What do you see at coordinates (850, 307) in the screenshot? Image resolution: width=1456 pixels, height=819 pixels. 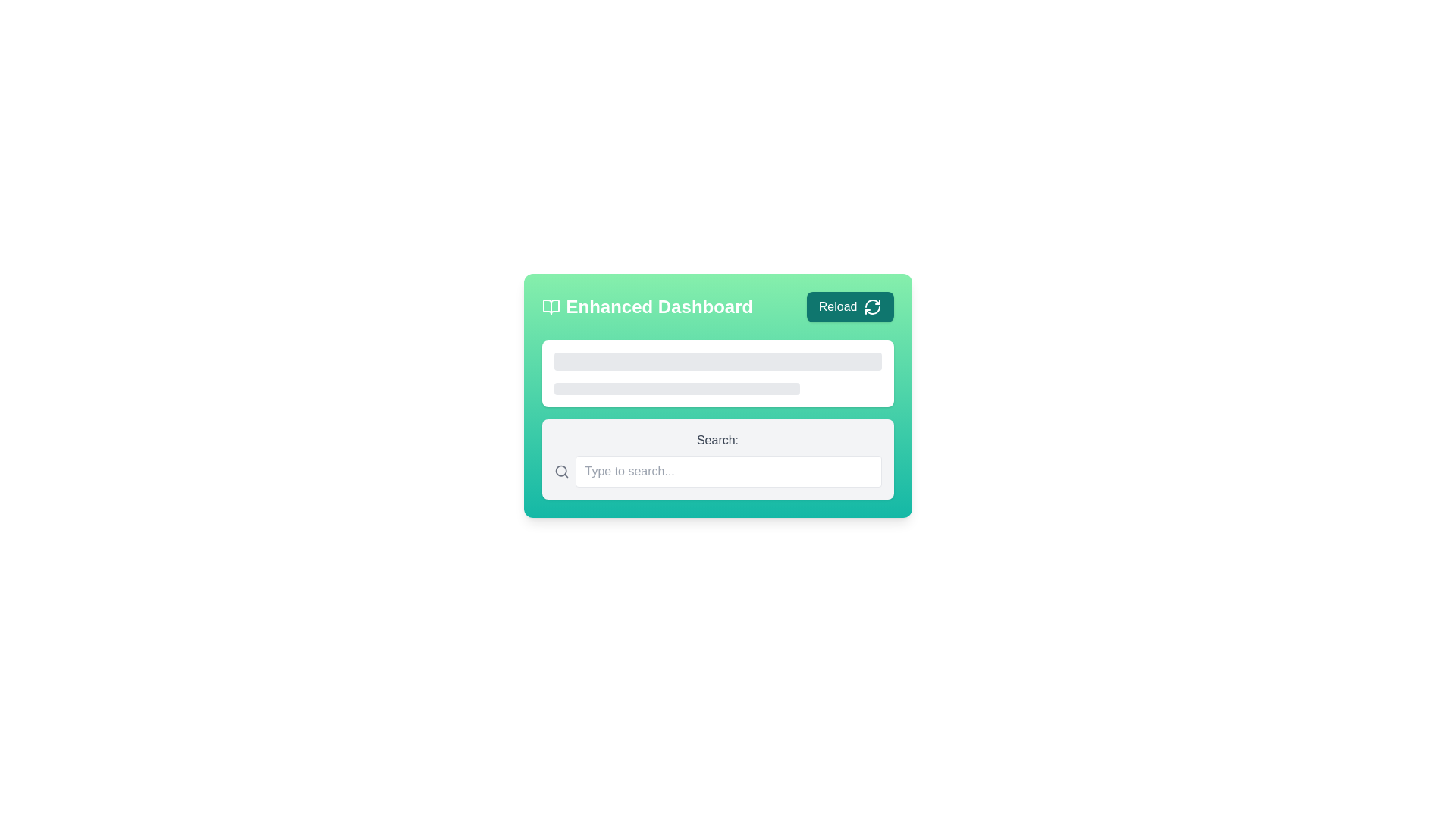 I see `the 'Reload' button with a teal background located at the top-right corner of the 'Enhanced Dashboard'` at bounding box center [850, 307].